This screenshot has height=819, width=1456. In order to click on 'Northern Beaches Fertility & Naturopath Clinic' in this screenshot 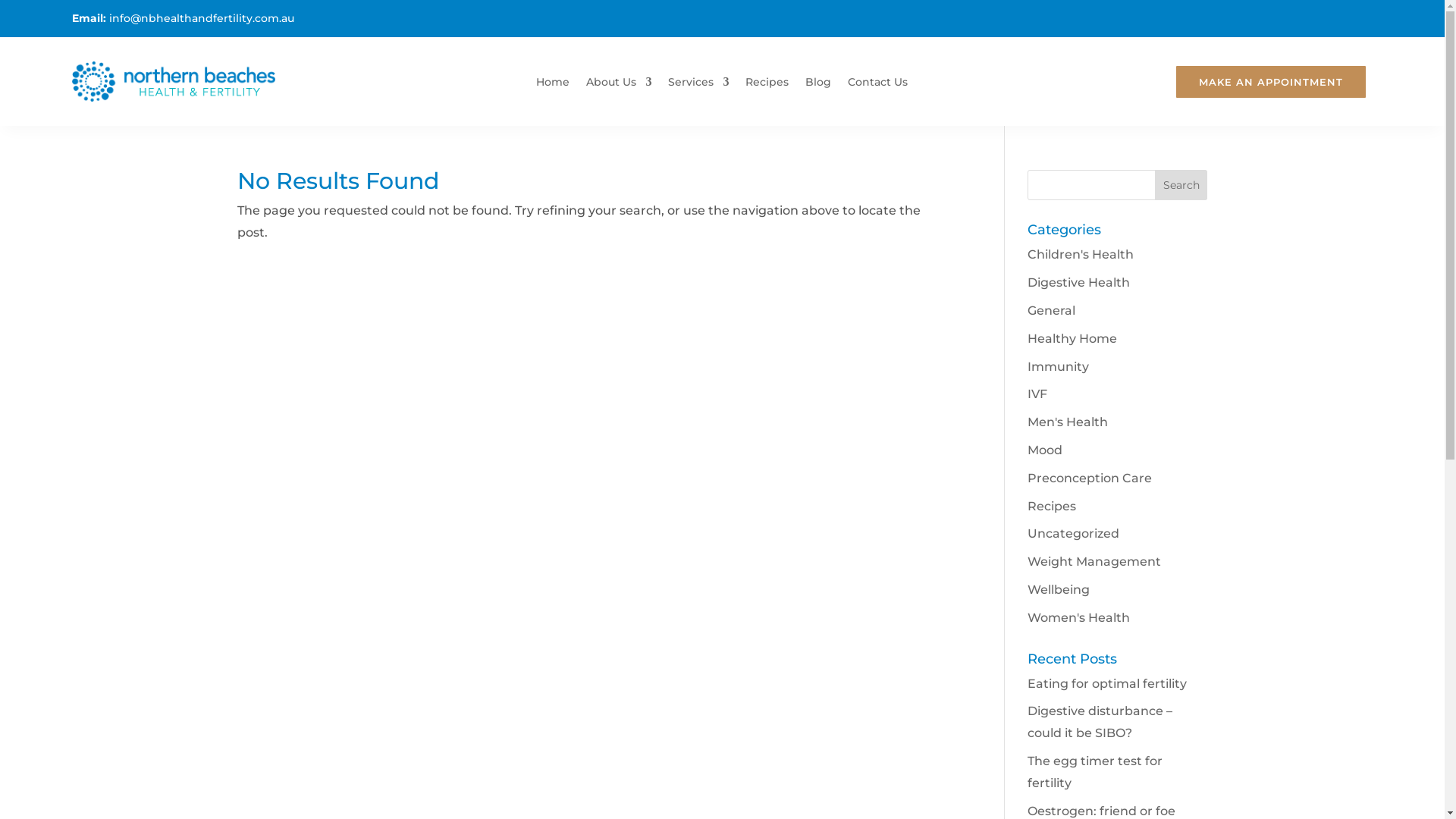, I will do `click(173, 82)`.